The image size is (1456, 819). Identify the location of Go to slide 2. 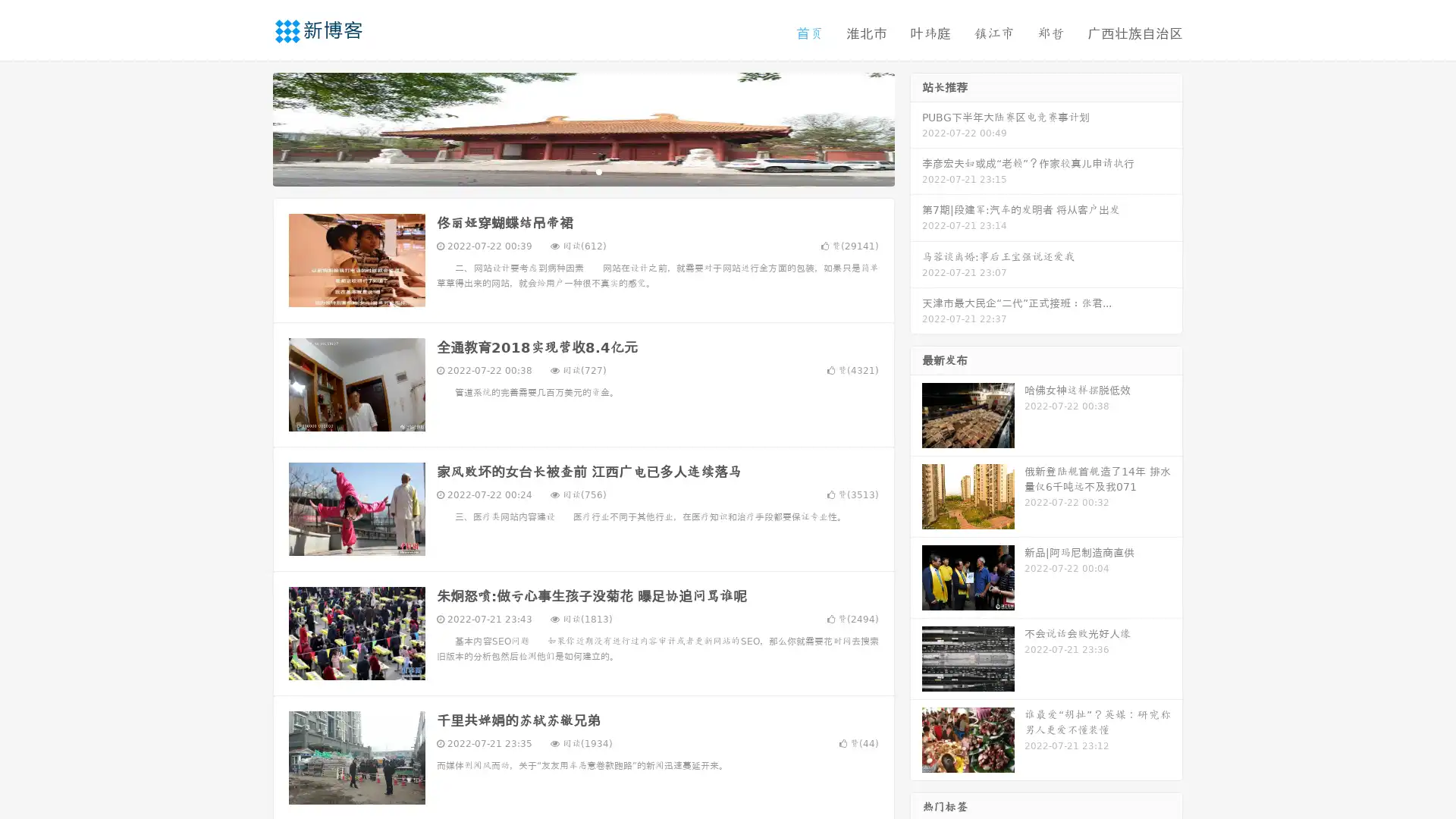
(582, 171).